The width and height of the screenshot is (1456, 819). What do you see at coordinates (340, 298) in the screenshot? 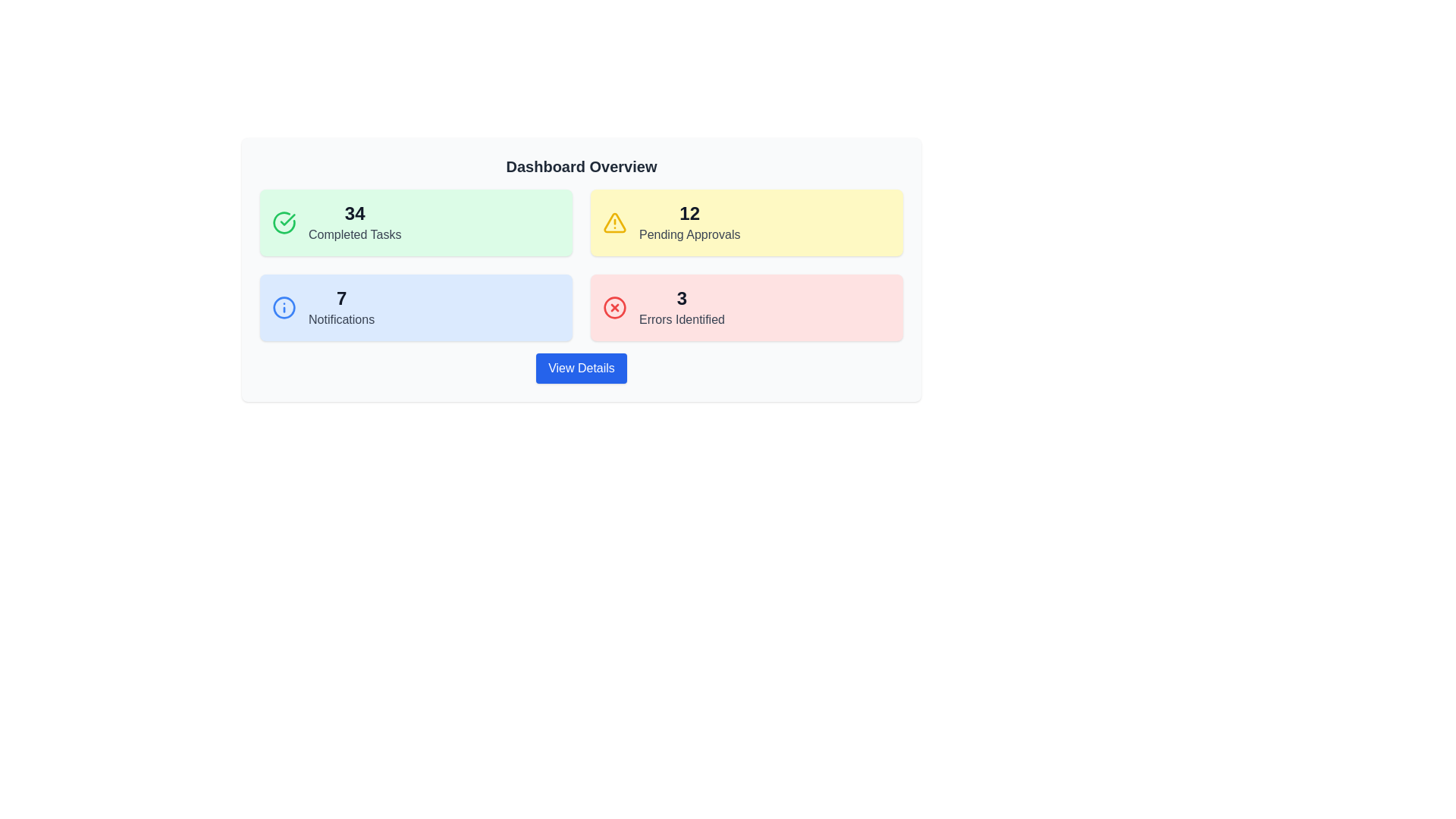
I see `the bold numeral '7' displayed in black on a white background, located in the top-left corner of its containing box within the second row of cards in the dashboard layout` at bounding box center [340, 298].